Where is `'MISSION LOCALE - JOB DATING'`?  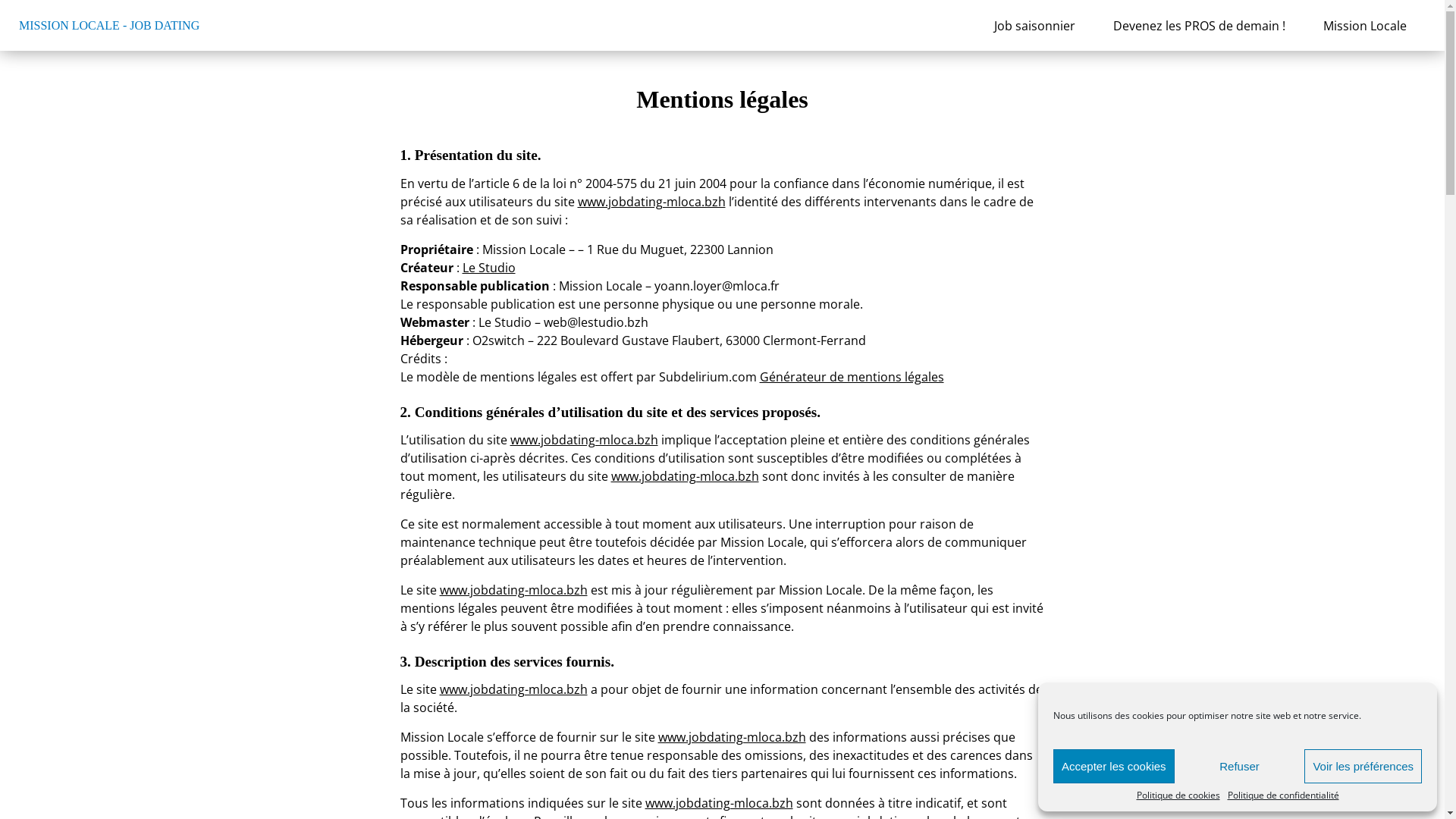 'MISSION LOCALE - JOB DATING' is located at coordinates (108, 25).